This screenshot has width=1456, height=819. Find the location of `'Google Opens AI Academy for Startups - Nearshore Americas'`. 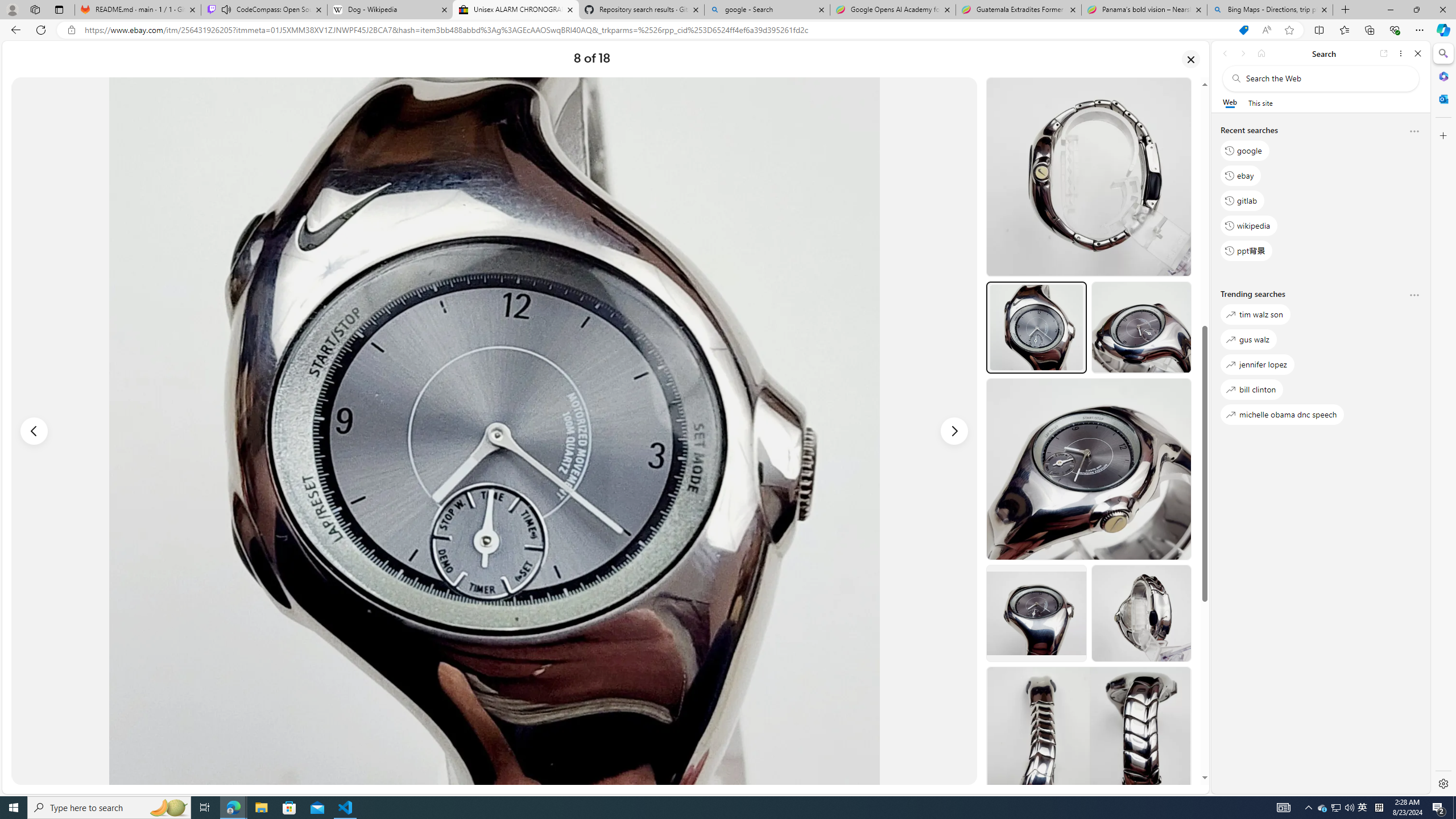

'Google Opens AI Academy for Startups - Nearshore Americas' is located at coordinates (892, 9).